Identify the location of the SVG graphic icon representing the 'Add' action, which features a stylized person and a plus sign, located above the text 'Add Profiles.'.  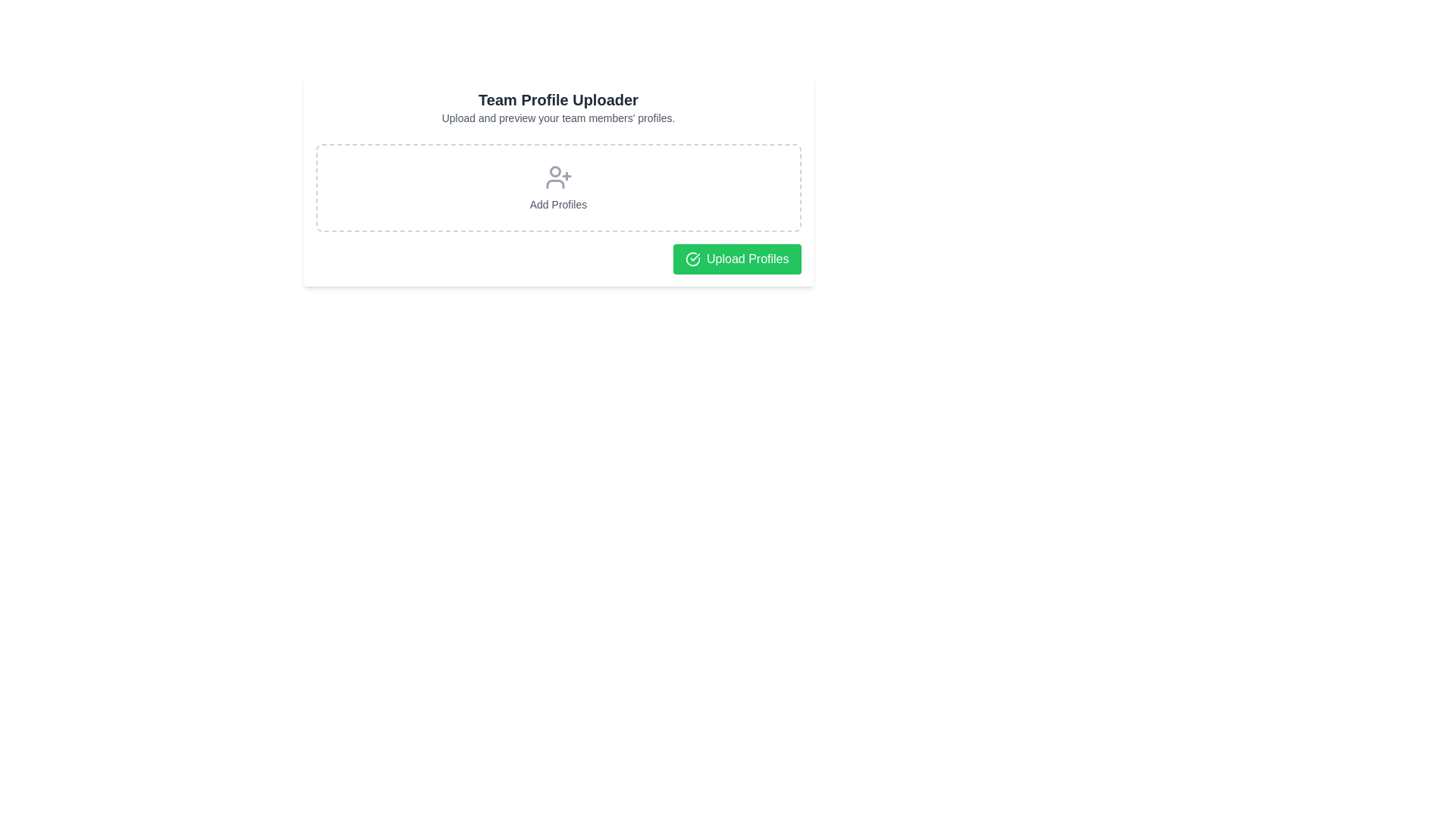
(557, 177).